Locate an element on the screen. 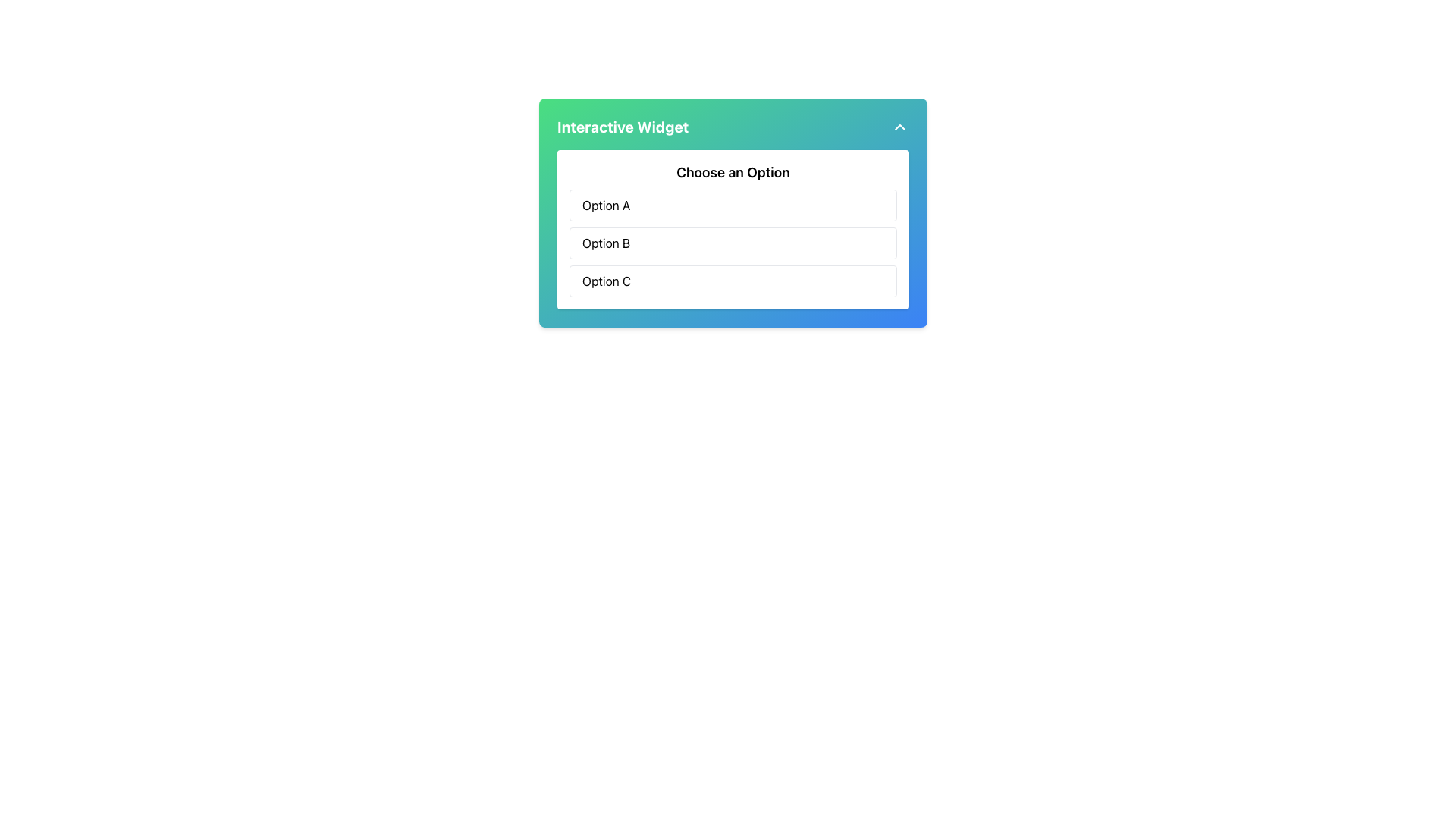 The image size is (1456, 819). the 'Option C' button, which is a rectangular interactive button with a white background and rounded corners, positioned as the last option in a vertical stack of buttons is located at coordinates (733, 281).